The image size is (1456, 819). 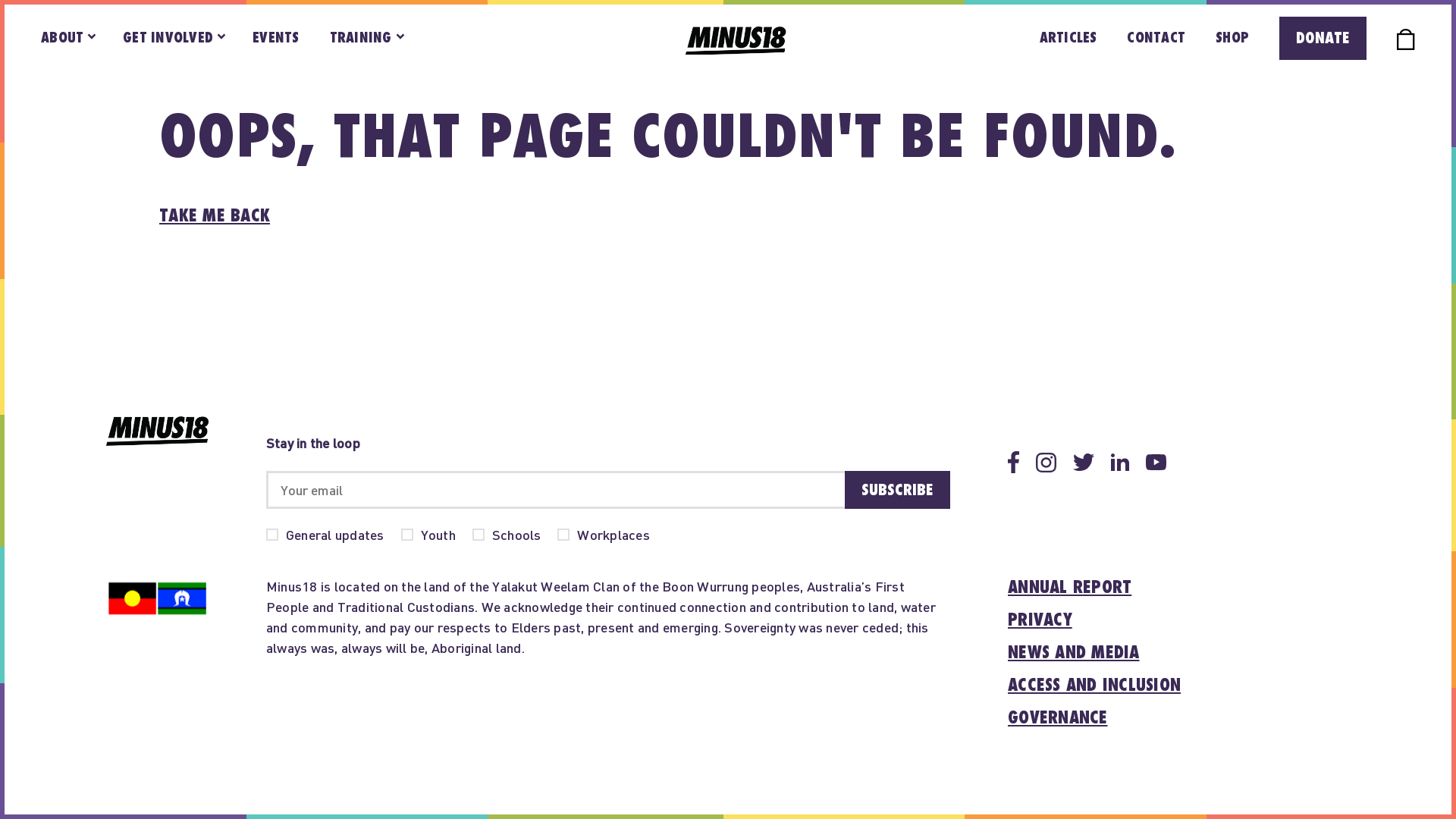 I want to click on 'NEWS AND MEDIA', so click(x=1073, y=652).